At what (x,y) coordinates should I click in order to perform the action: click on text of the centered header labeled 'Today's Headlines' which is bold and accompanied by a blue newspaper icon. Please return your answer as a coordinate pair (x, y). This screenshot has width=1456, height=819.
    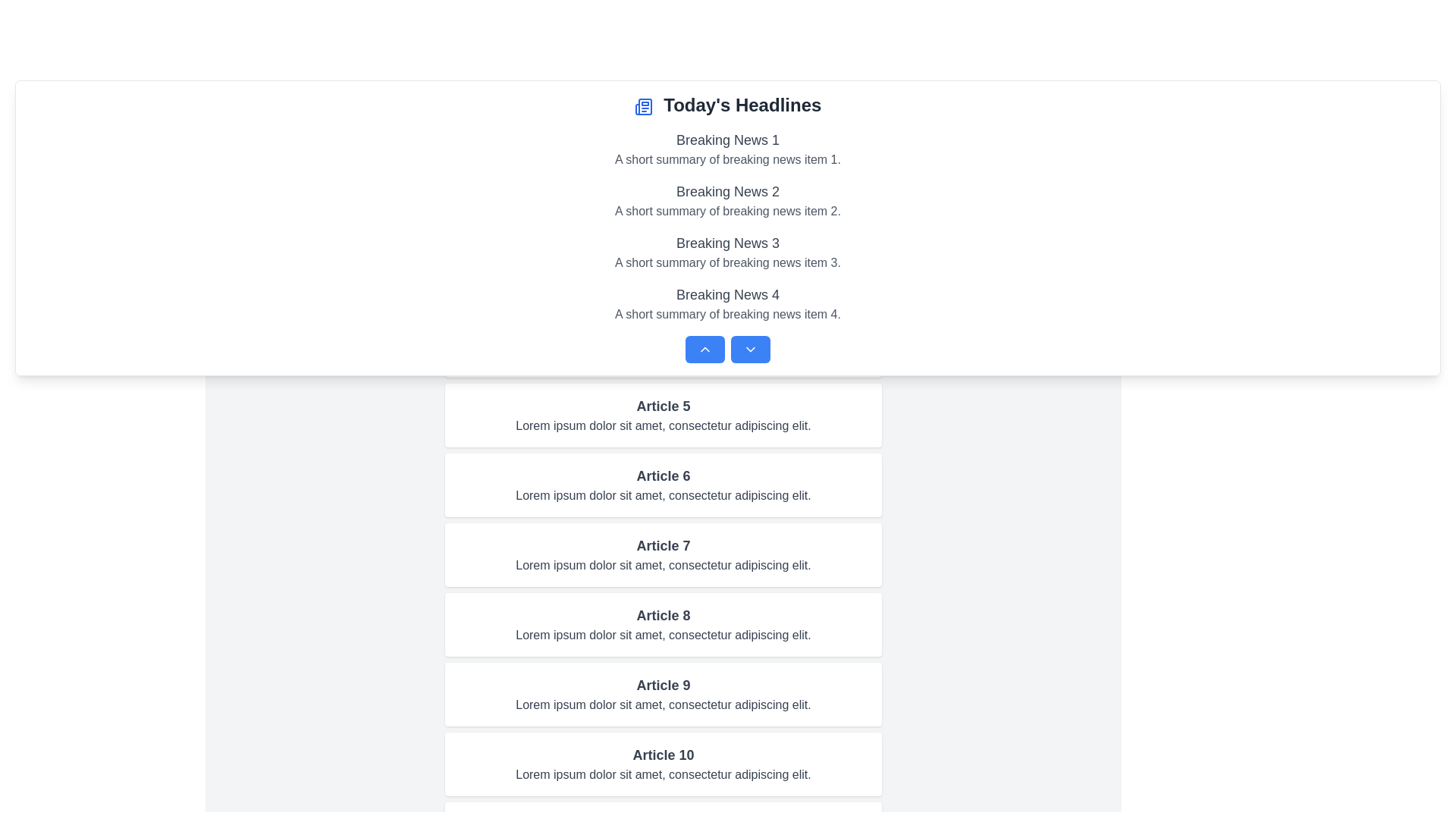
    Looking at the image, I should click on (728, 104).